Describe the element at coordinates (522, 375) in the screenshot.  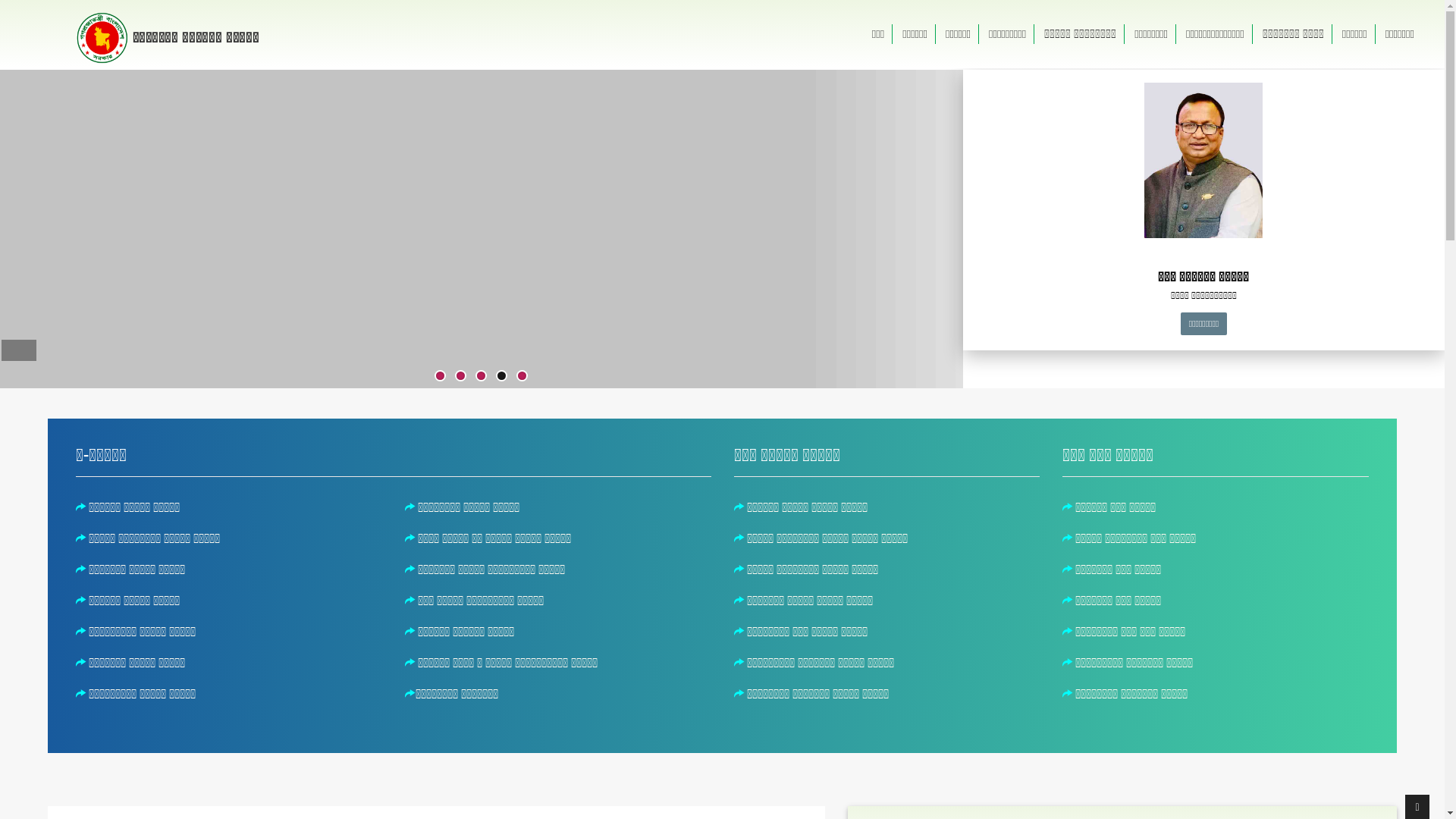
I see `'5'` at that location.